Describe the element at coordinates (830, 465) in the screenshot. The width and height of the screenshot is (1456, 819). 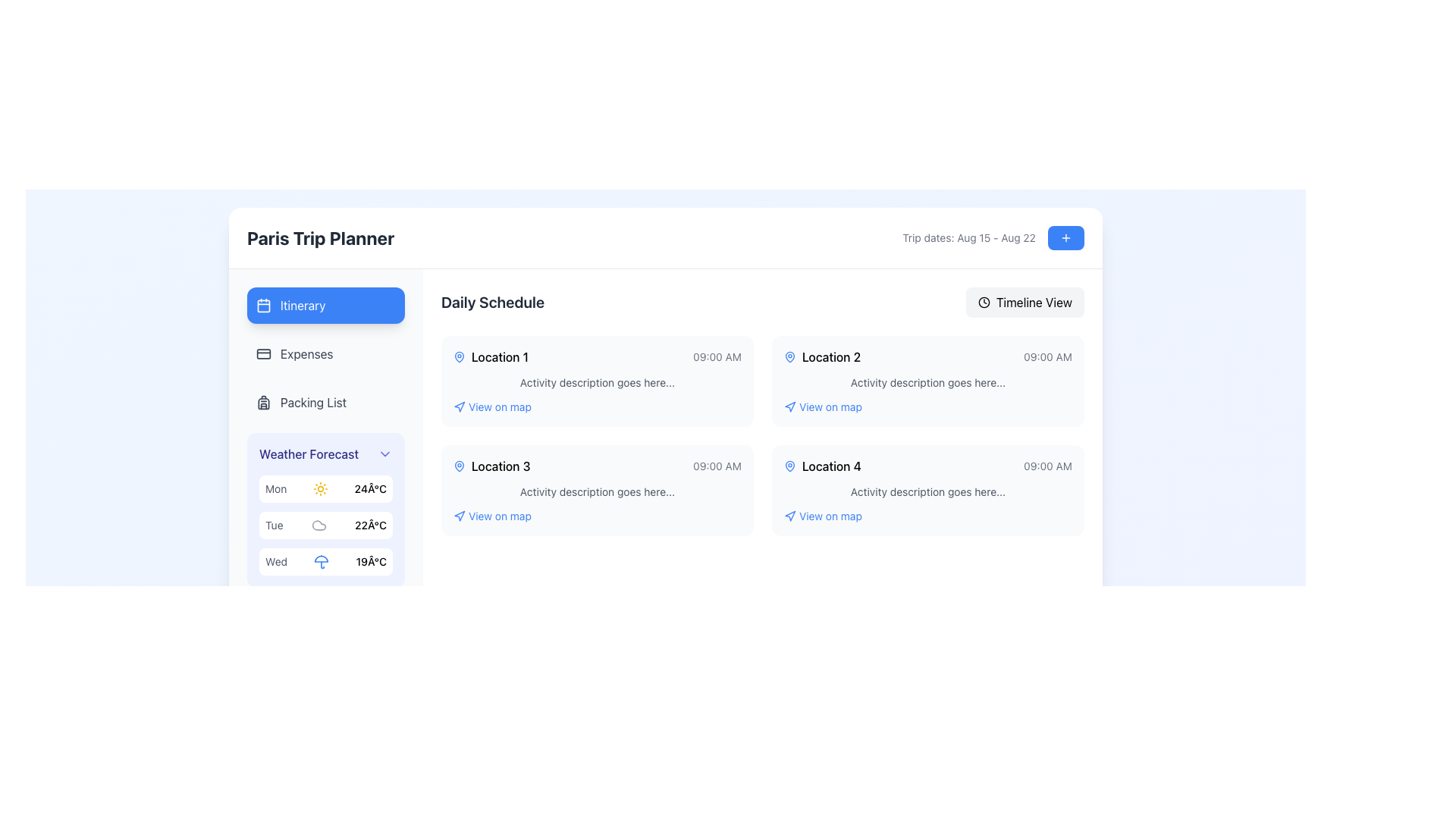
I see `the fourth Text label indicating a specific location entry in the daily schedule section, located next to a blue map pin icon` at that location.